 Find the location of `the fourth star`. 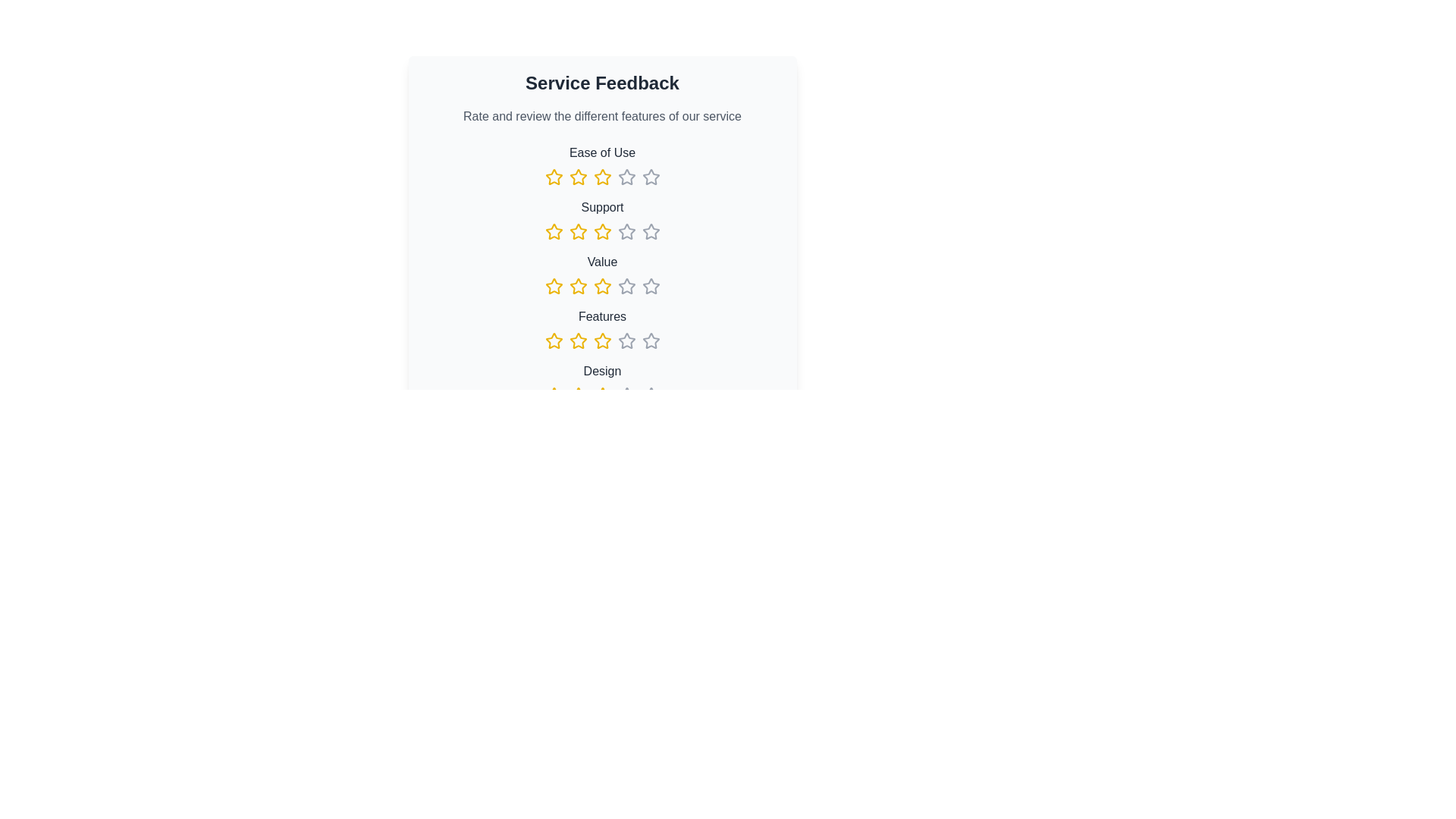

the fourth star is located at coordinates (651, 394).